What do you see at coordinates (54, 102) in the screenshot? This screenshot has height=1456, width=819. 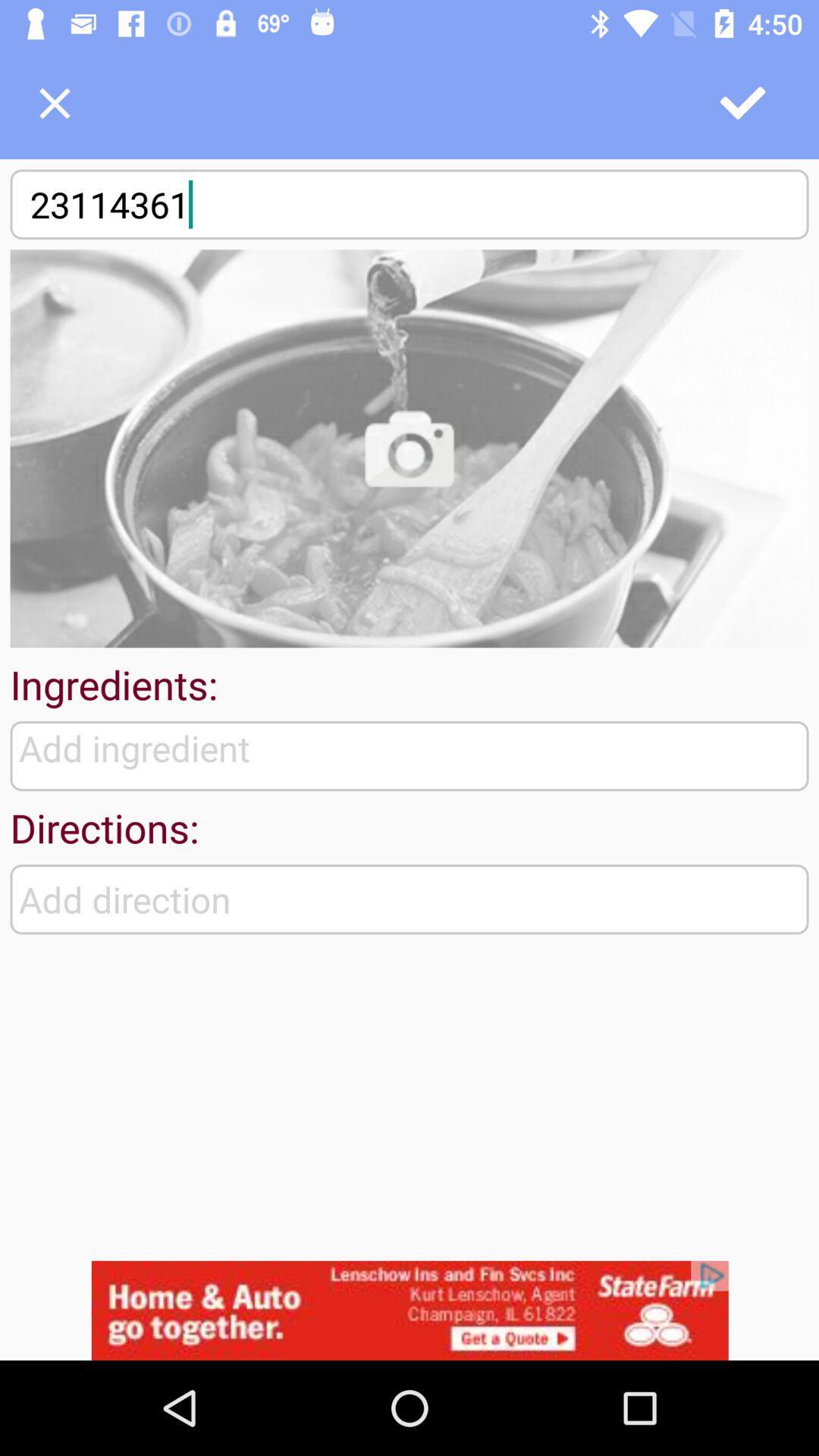 I see `recipe` at bounding box center [54, 102].